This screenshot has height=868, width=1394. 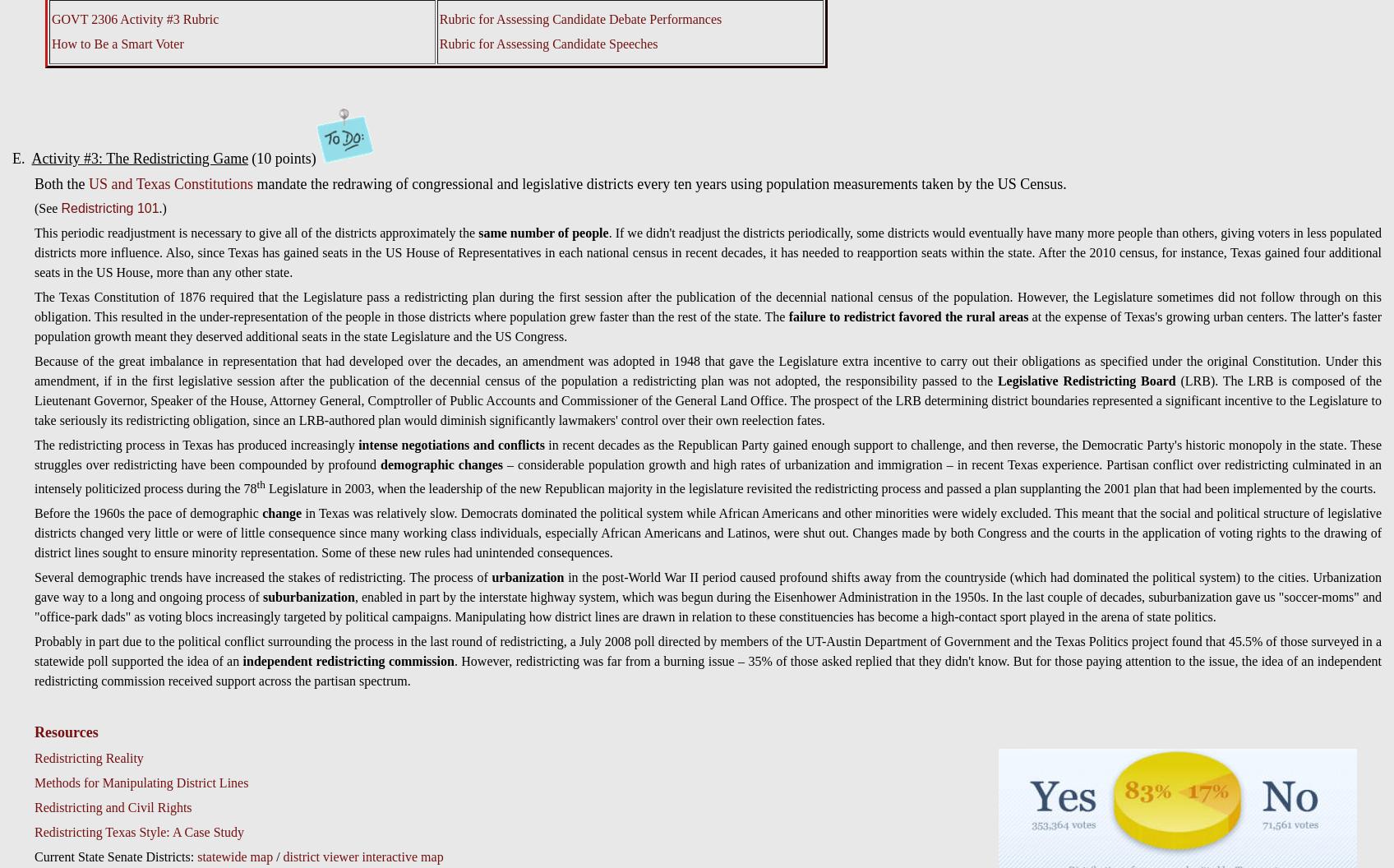 What do you see at coordinates (88, 757) in the screenshot?
I see `'Redistricting Reality'` at bounding box center [88, 757].